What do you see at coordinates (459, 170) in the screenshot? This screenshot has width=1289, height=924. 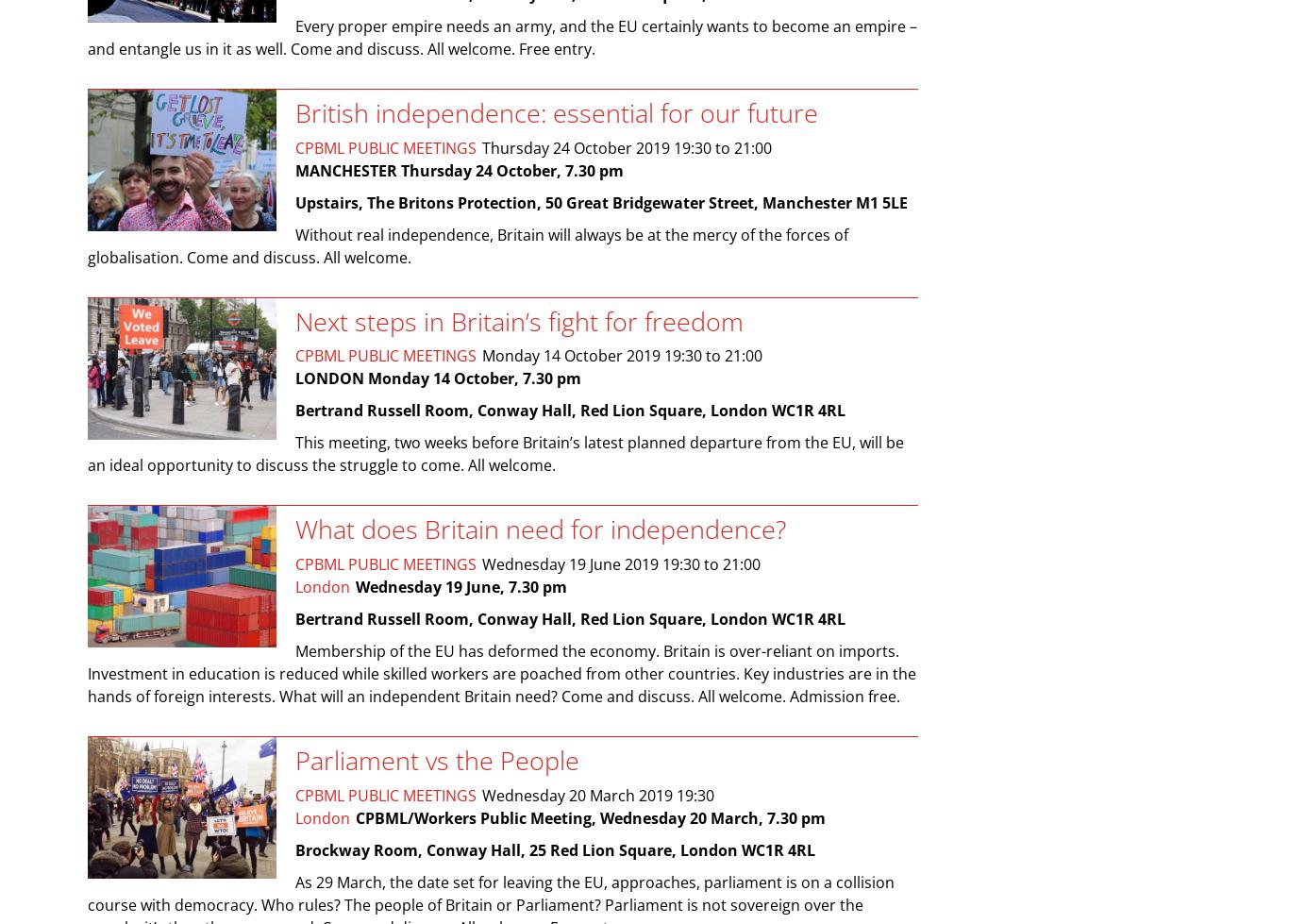 I see `'MANCHESTER Thursday 24 October, 7.30 pm'` at bounding box center [459, 170].